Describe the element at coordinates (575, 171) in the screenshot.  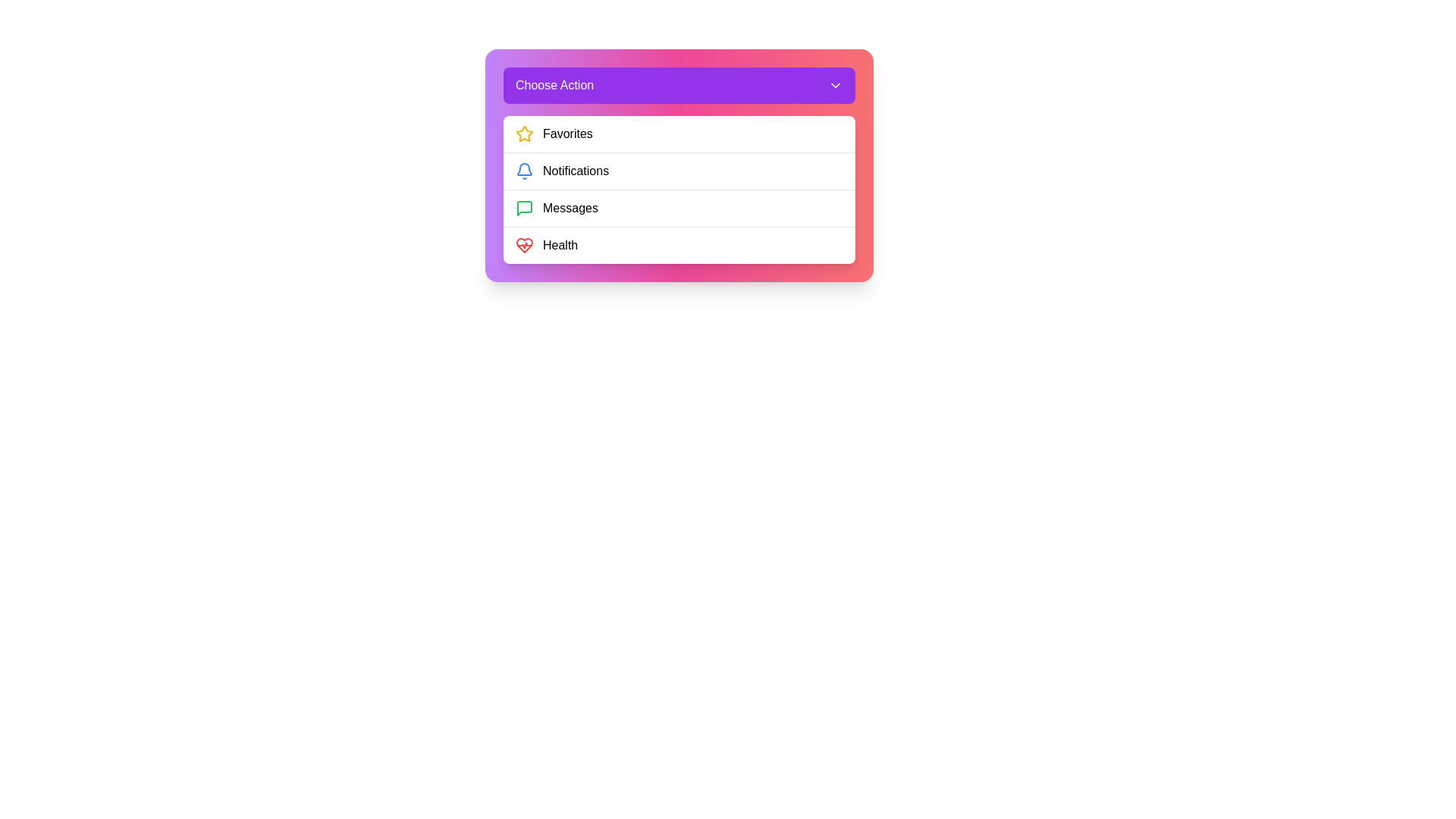
I see `the 'Notifications' text label in the dropdown menu` at that location.